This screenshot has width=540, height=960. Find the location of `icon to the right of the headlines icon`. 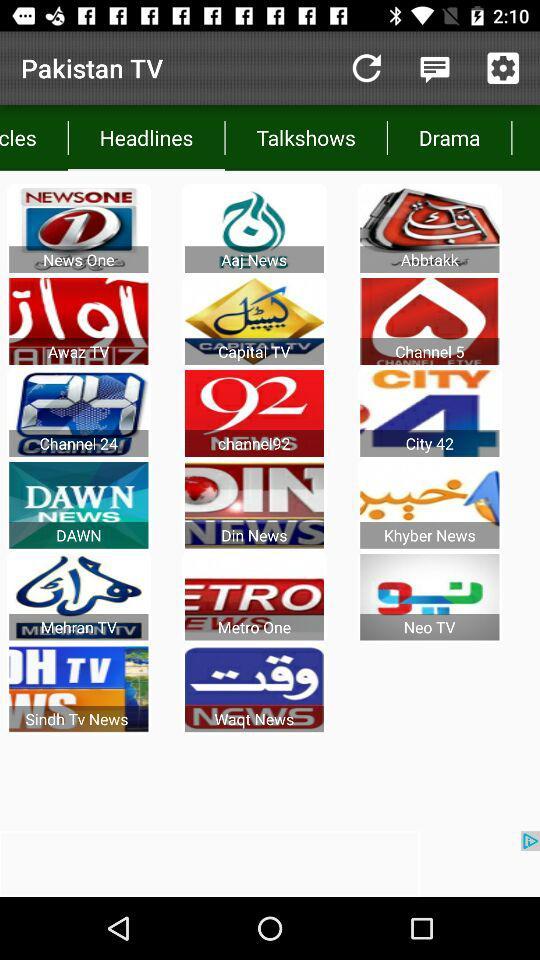

icon to the right of the headlines icon is located at coordinates (306, 136).